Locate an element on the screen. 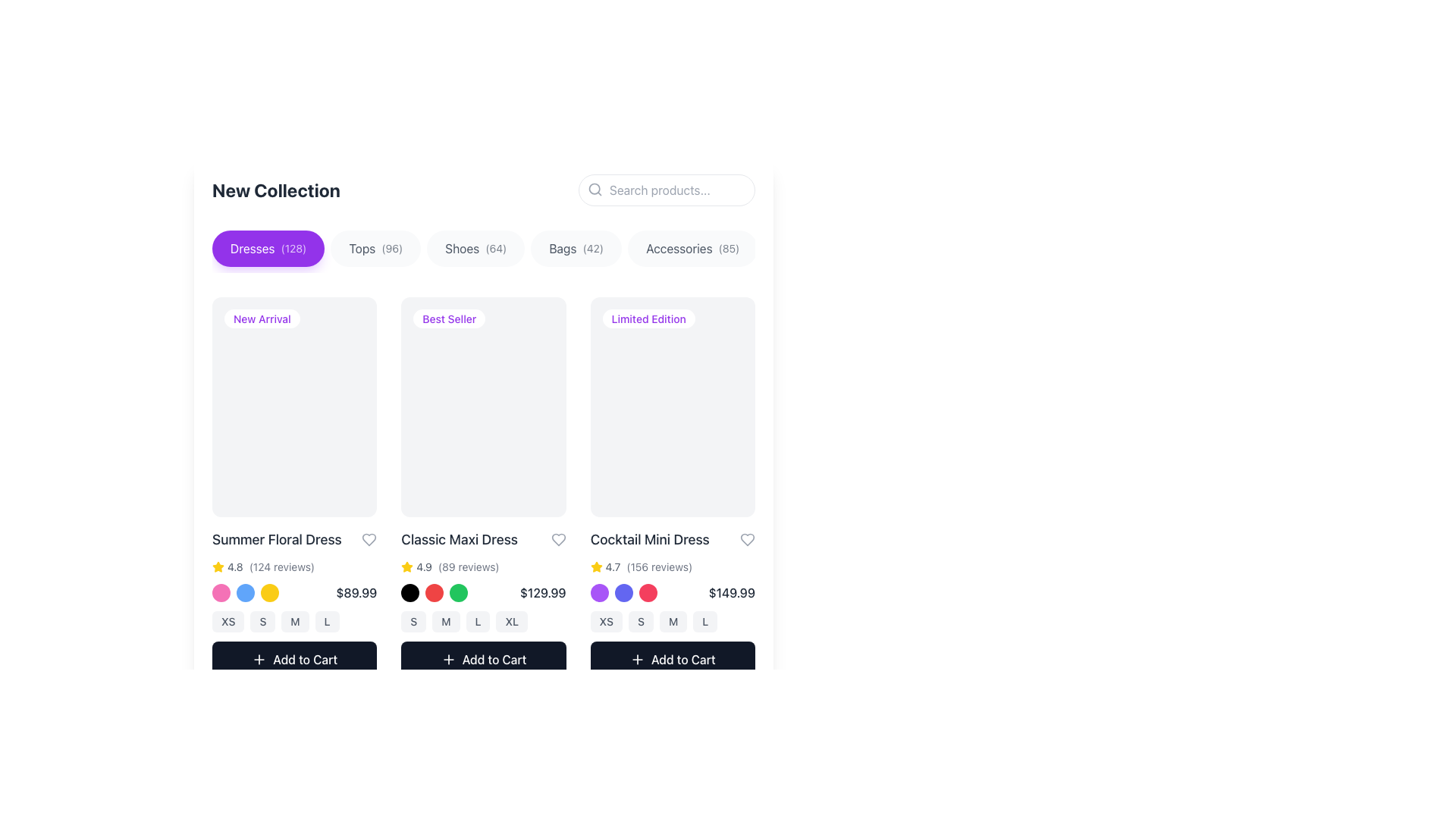 The image size is (1456, 819). the rating summary display element for the 'Summer Floral Dress' is located at coordinates (294, 566).